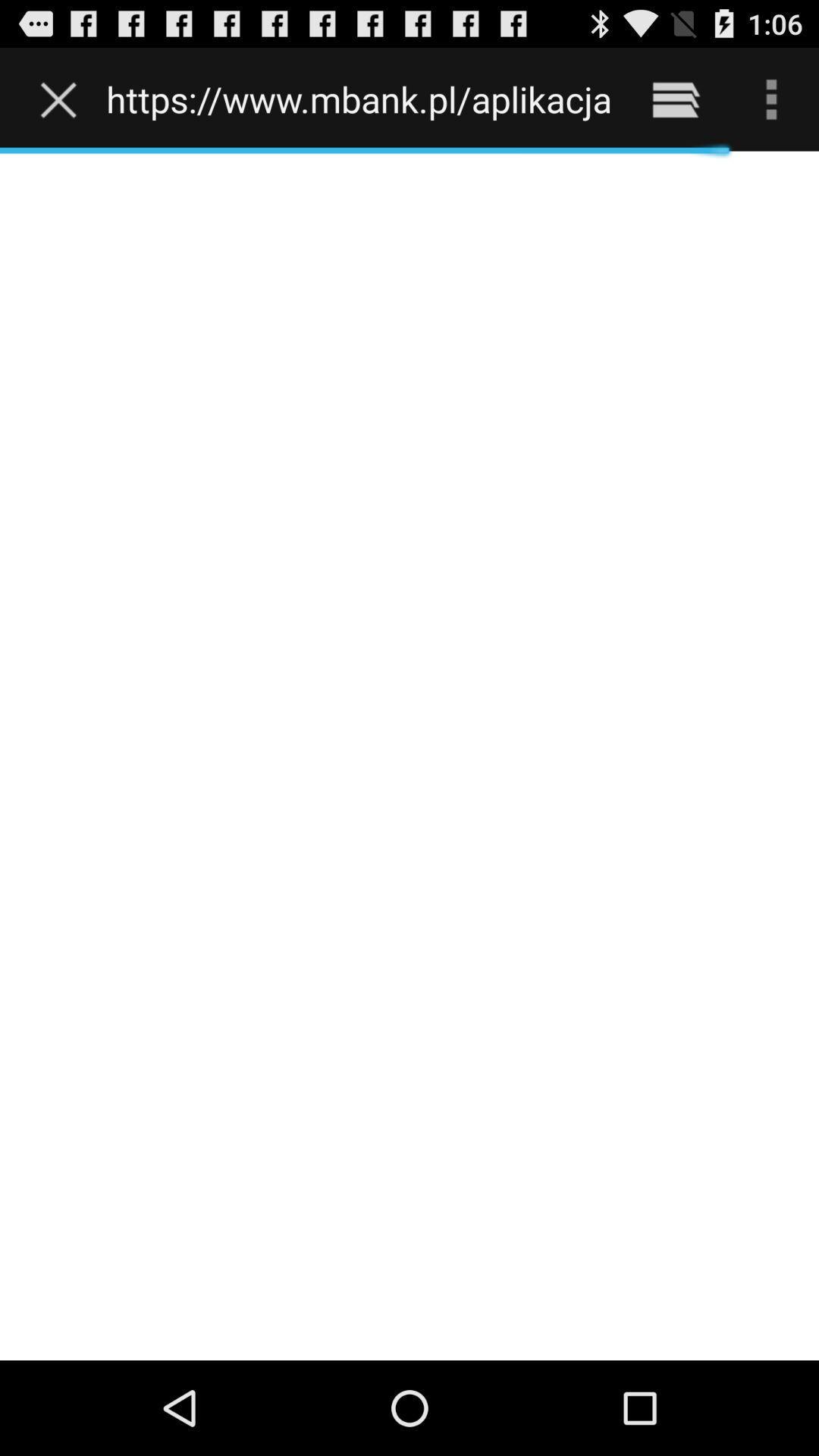  Describe the element at coordinates (409, 755) in the screenshot. I see `the item at the center` at that location.